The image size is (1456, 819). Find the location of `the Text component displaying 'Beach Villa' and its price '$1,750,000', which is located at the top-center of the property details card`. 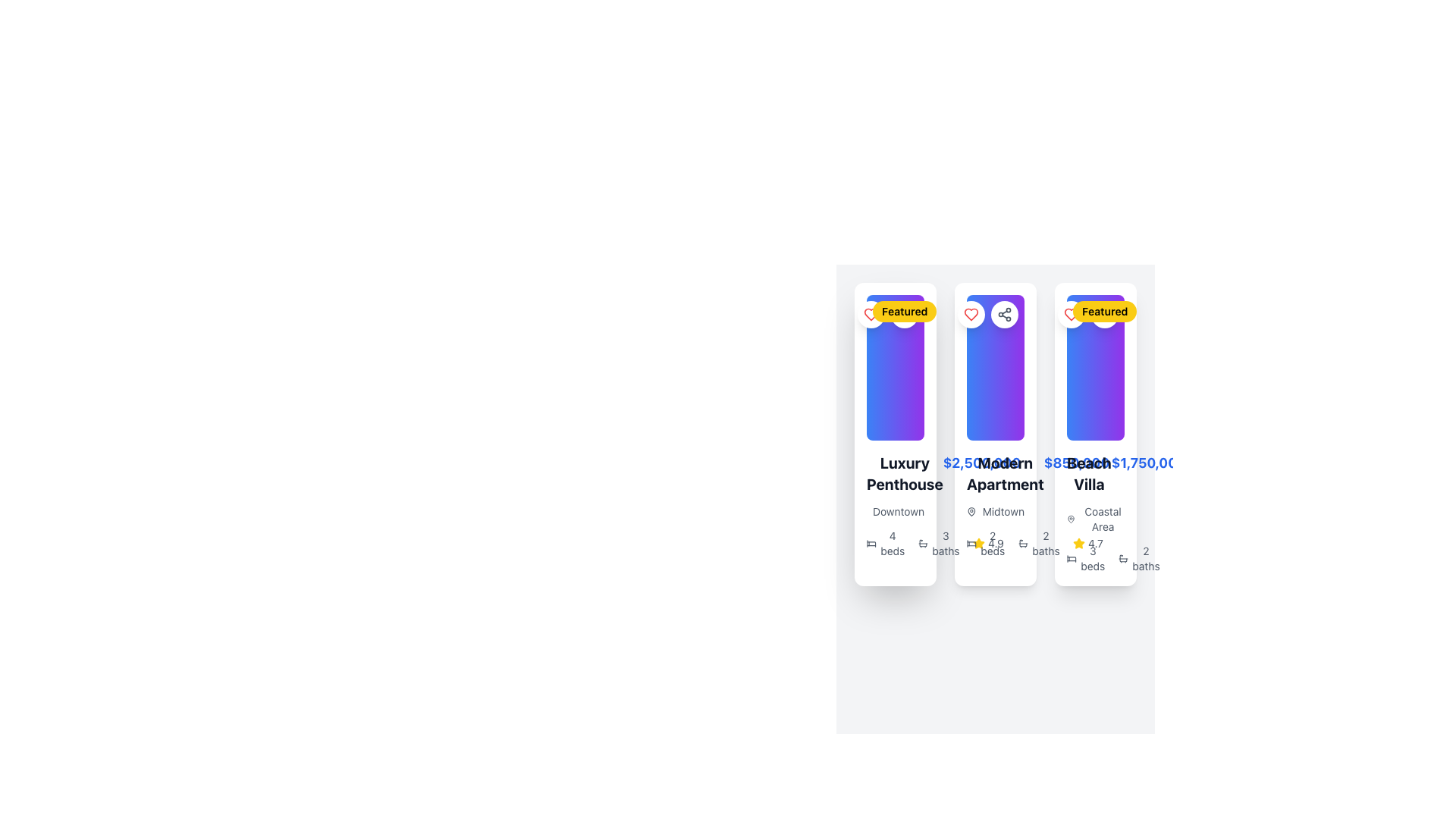

the Text component displaying 'Beach Villa' and its price '$1,750,000', which is located at the top-center of the property details card is located at coordinates (1095, 472).